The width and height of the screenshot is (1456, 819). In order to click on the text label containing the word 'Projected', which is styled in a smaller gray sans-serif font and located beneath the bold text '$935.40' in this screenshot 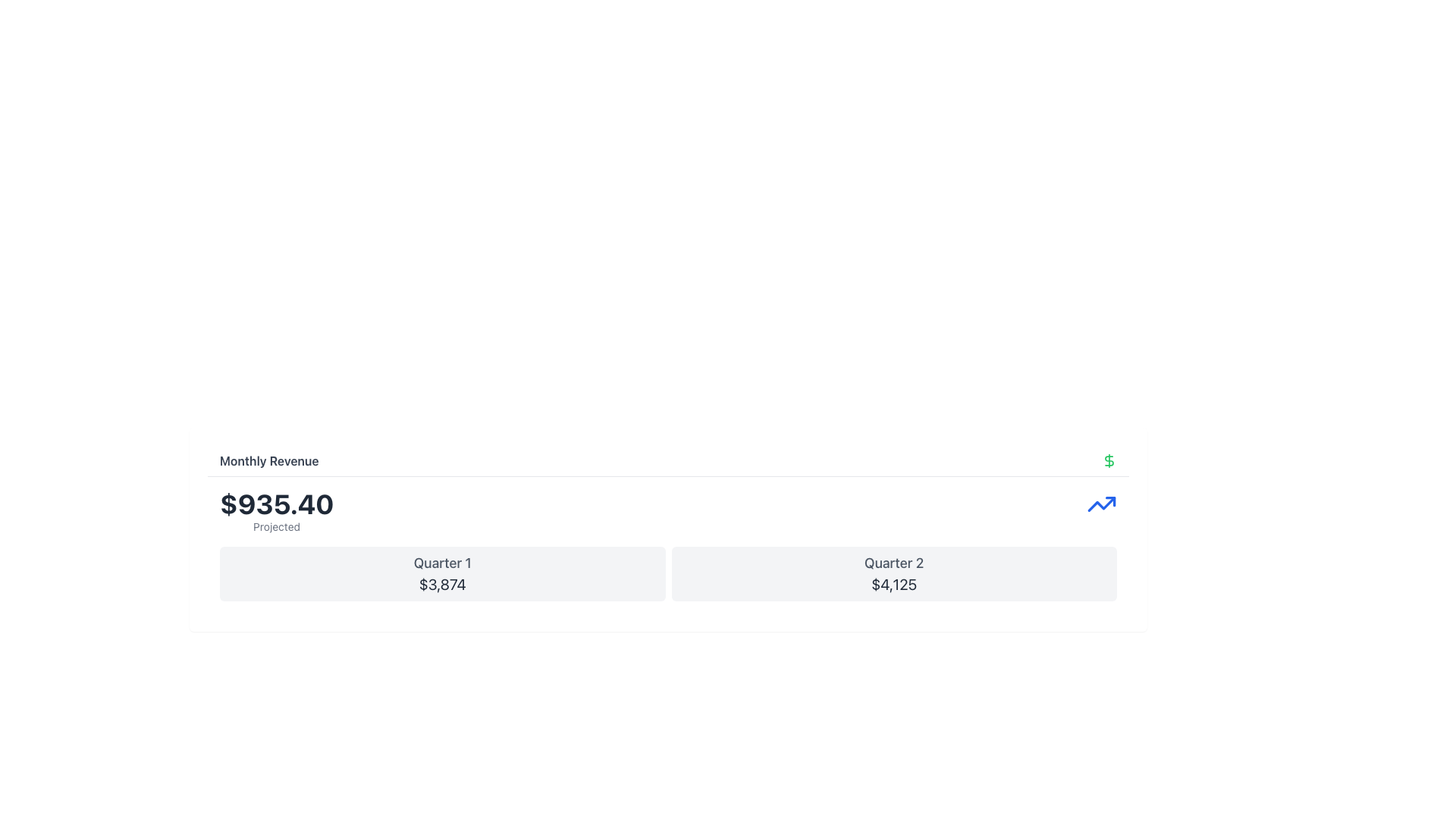, I will do `click(277, 526)`.